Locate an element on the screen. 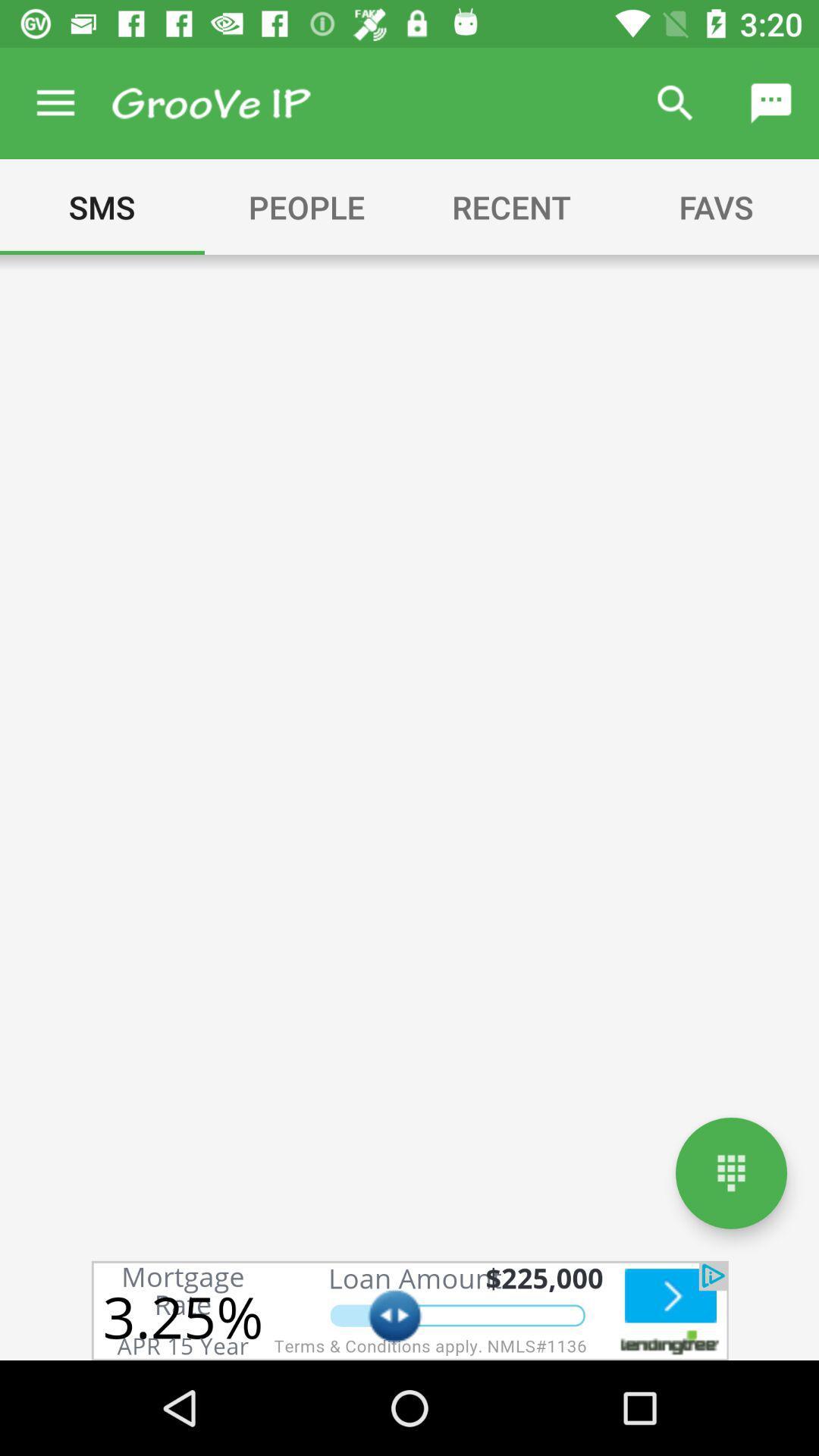  the dialpad icon is located at coordinates (730, 1172).